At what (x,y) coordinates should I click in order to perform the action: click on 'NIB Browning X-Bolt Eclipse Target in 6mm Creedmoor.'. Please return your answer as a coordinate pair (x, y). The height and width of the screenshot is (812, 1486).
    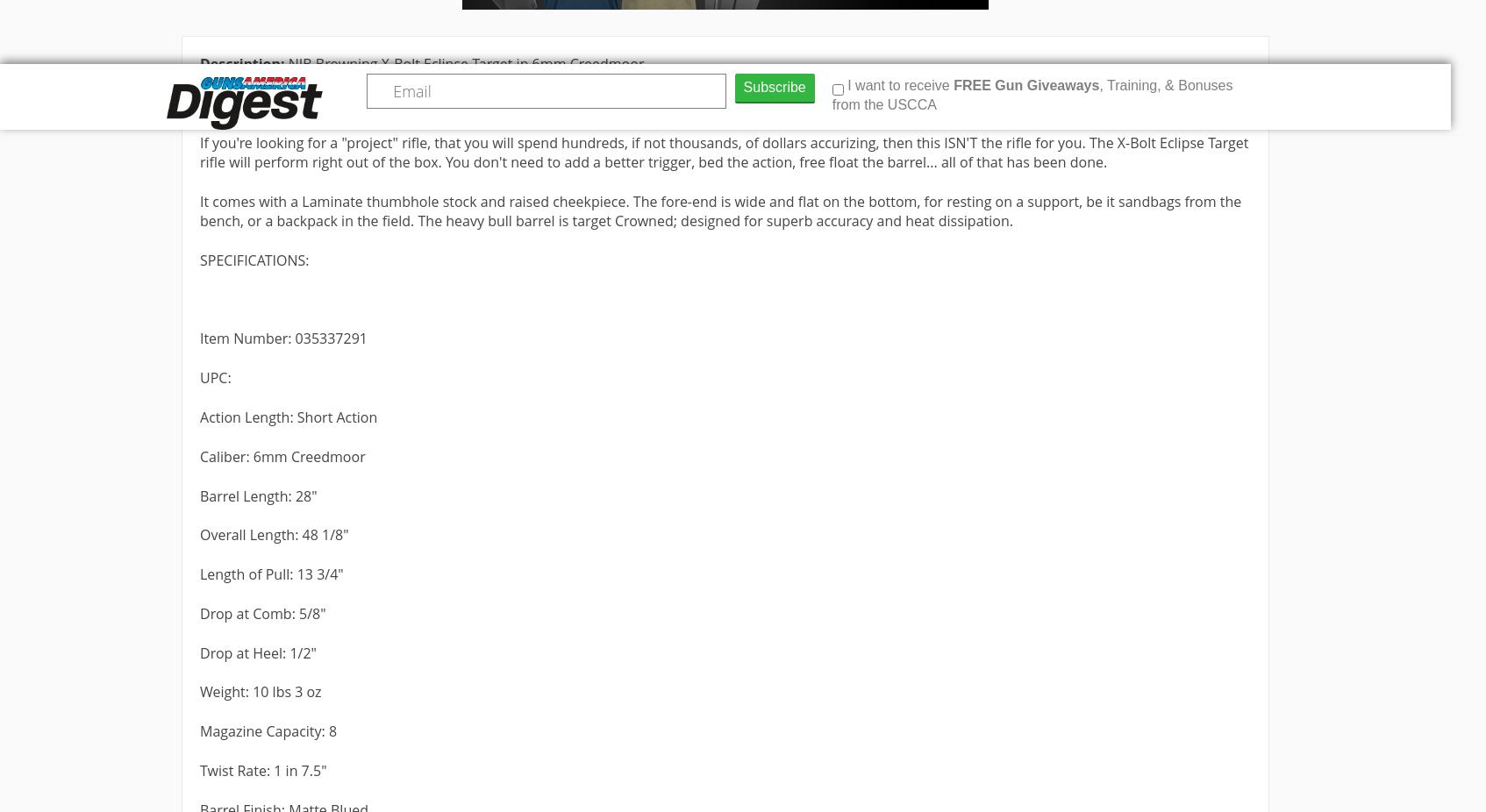
    Looking at the image, I should click on (287, 62).